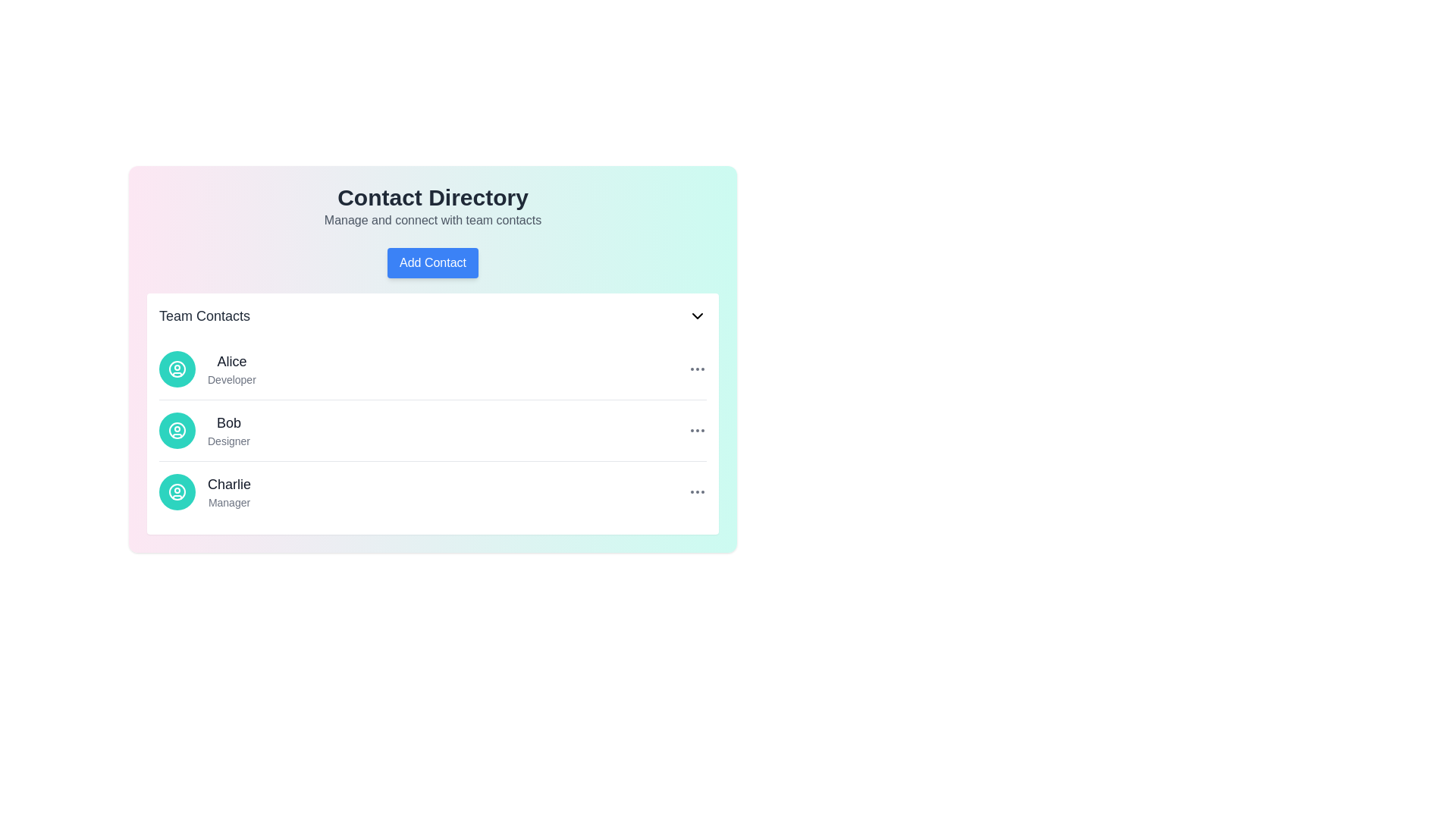 The width and height of the screenshot is (1456, 819). What do you see at coordinates (231, 379) in the screenshot?
I see `the text label displaying the word 'Developer', which is positioned directly beneath the text label 'Alice' in the directory list` at bounding box center [231, 379].